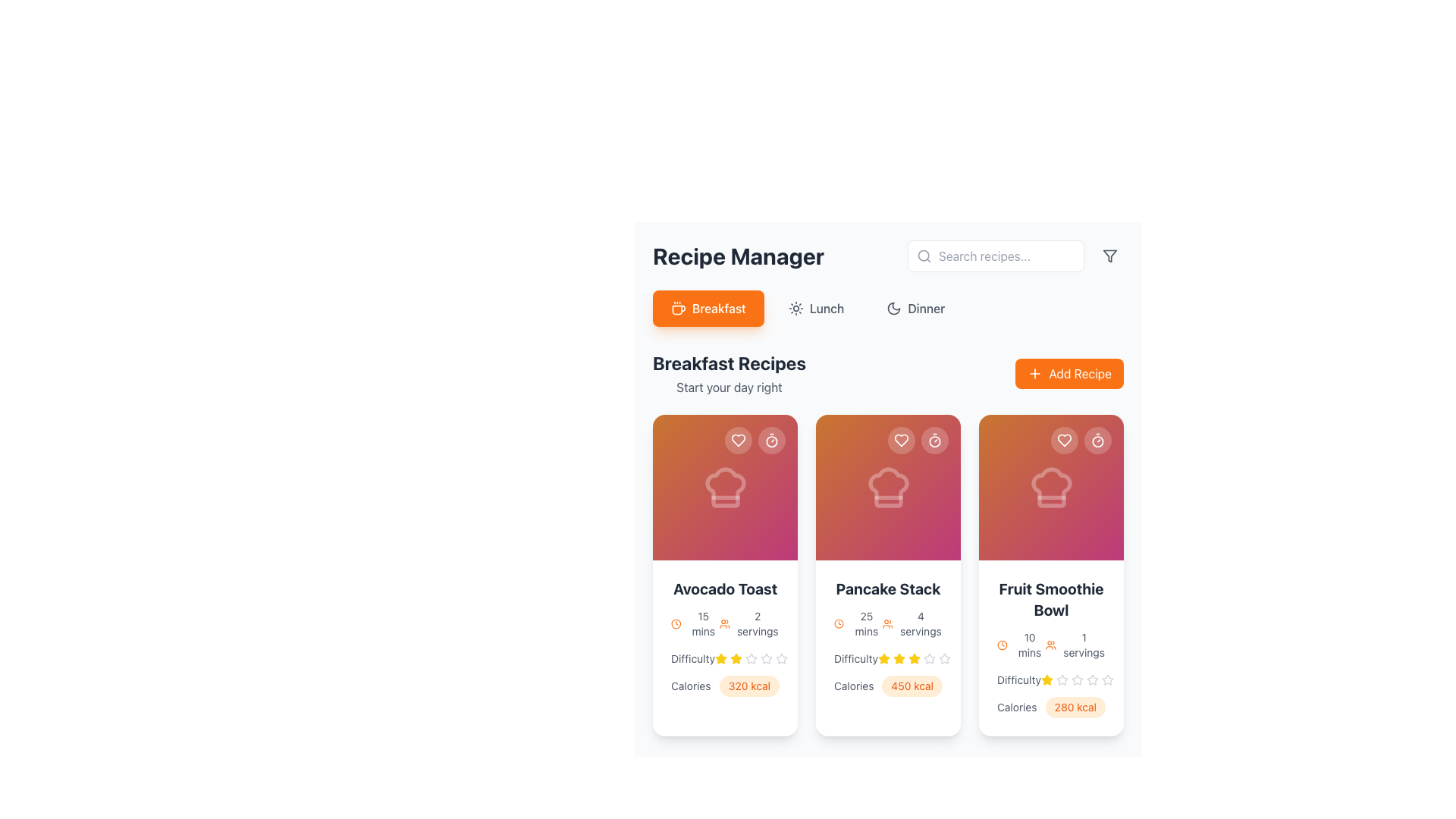  Describe the element at coordinates (708, 308) in the screenshot. I see `the 'Breakfast' button, which is a vibrant orange rectangular button with rounded corners and a coffee cup icon on the left` at that location.